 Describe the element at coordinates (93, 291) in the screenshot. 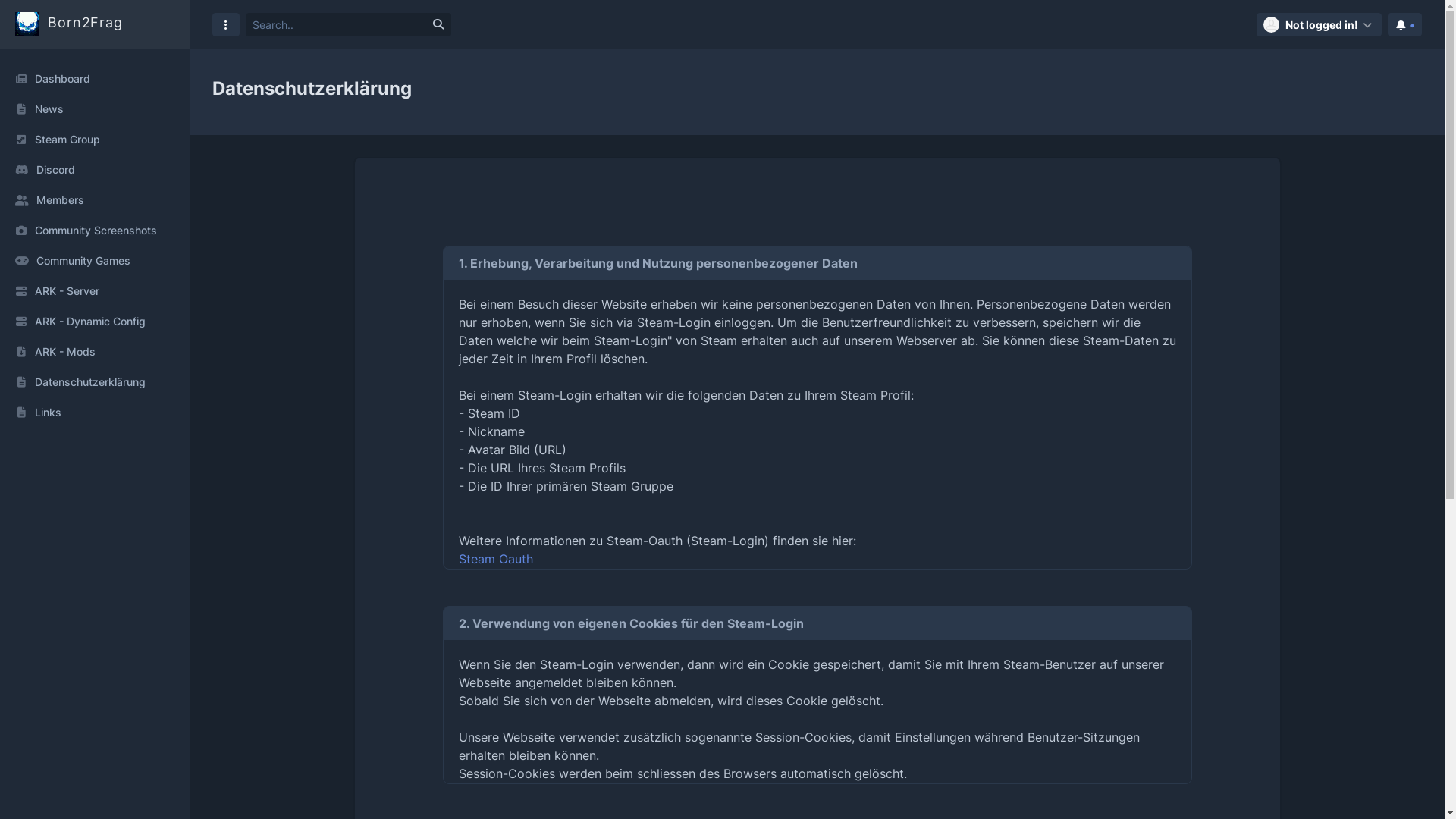

I see `'ARK - Server'` at that location.